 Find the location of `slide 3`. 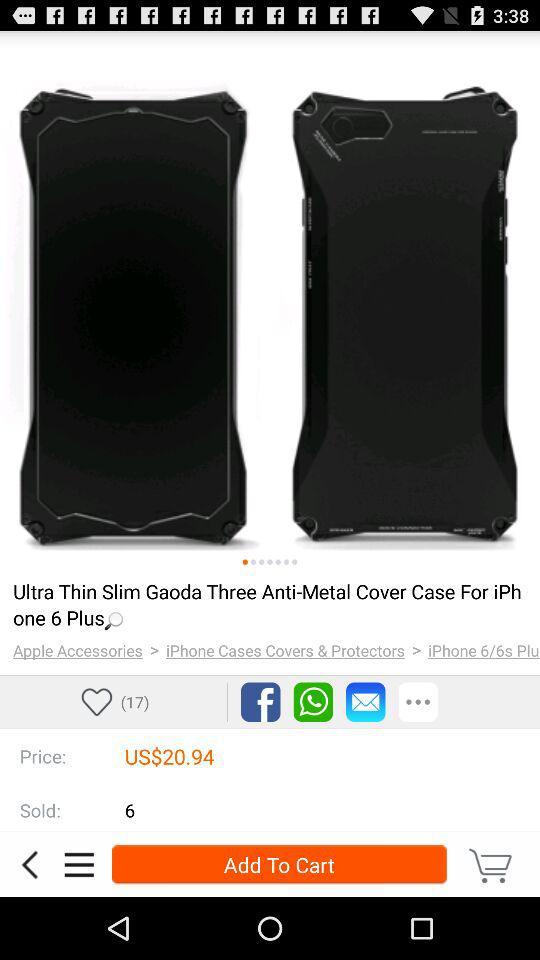

slide 3 is located at coordinates (261, 562).